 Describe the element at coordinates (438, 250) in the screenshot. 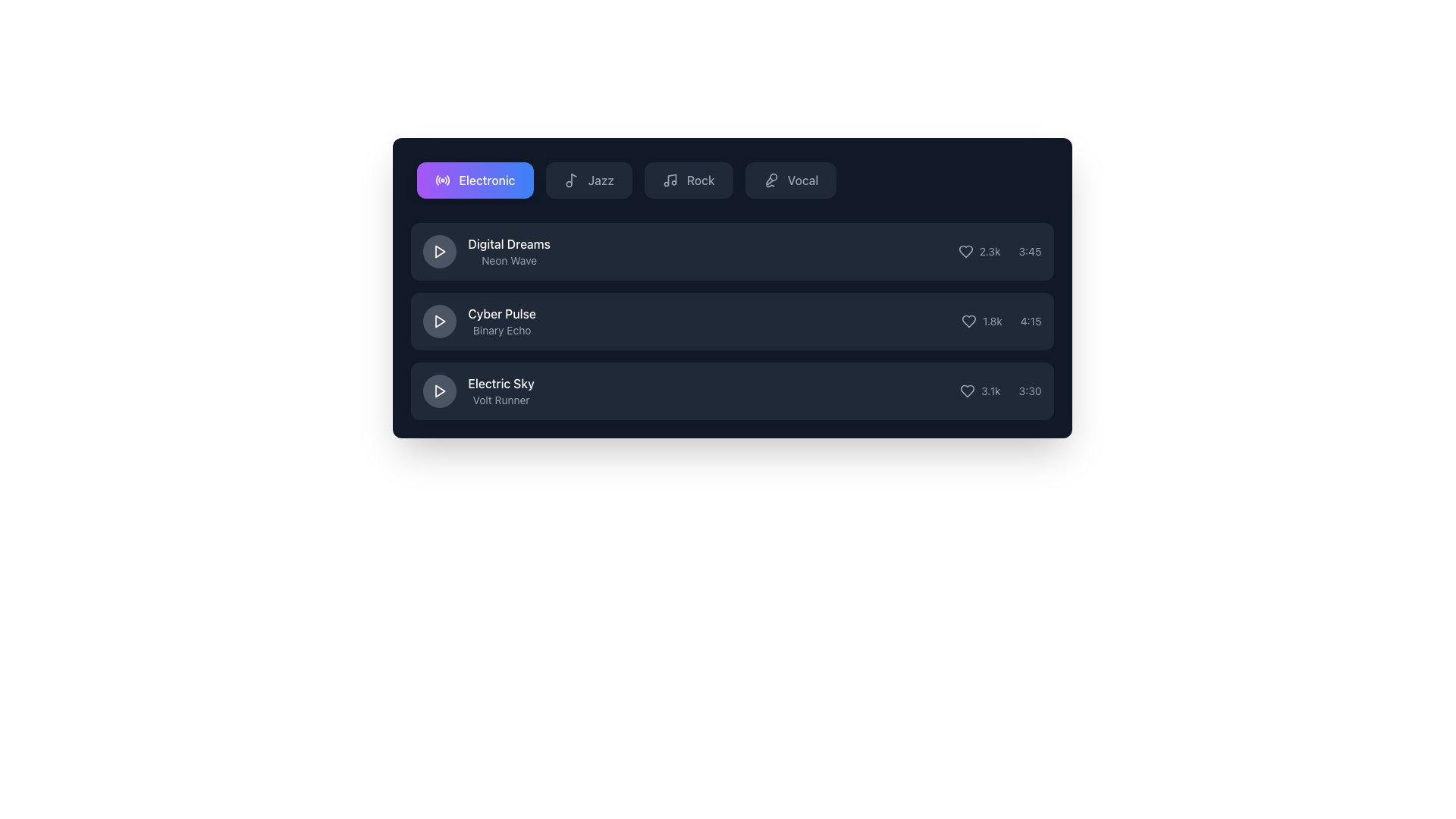

I see `the play button for the 'Digital Dreams' track to change its color and size` at that location.